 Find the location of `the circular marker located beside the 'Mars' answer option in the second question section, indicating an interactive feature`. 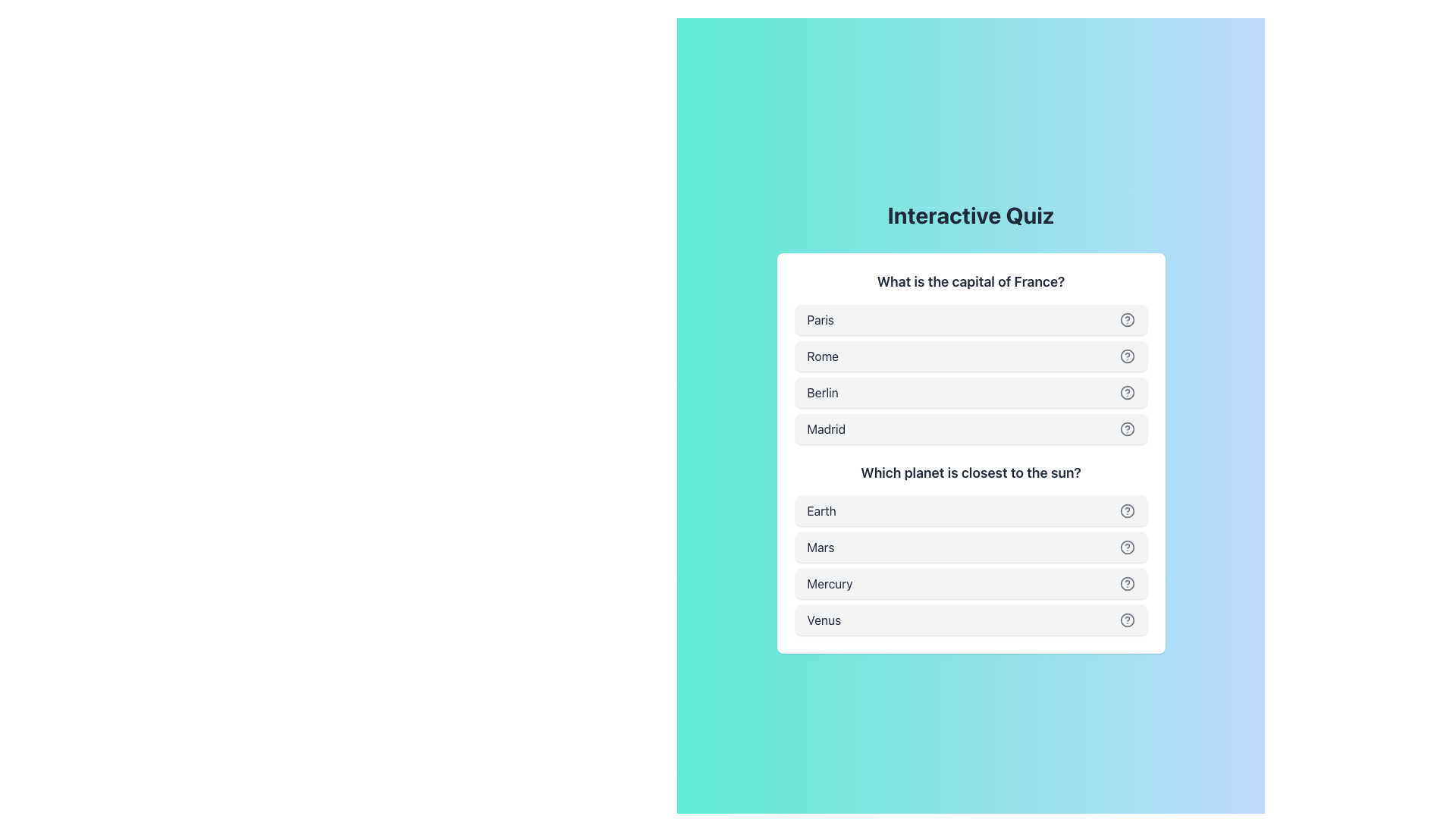

the circular marker located beside the 'Mars' answer option in the second question section, indicating an interactive feature is located at coordinates (1127, 547).